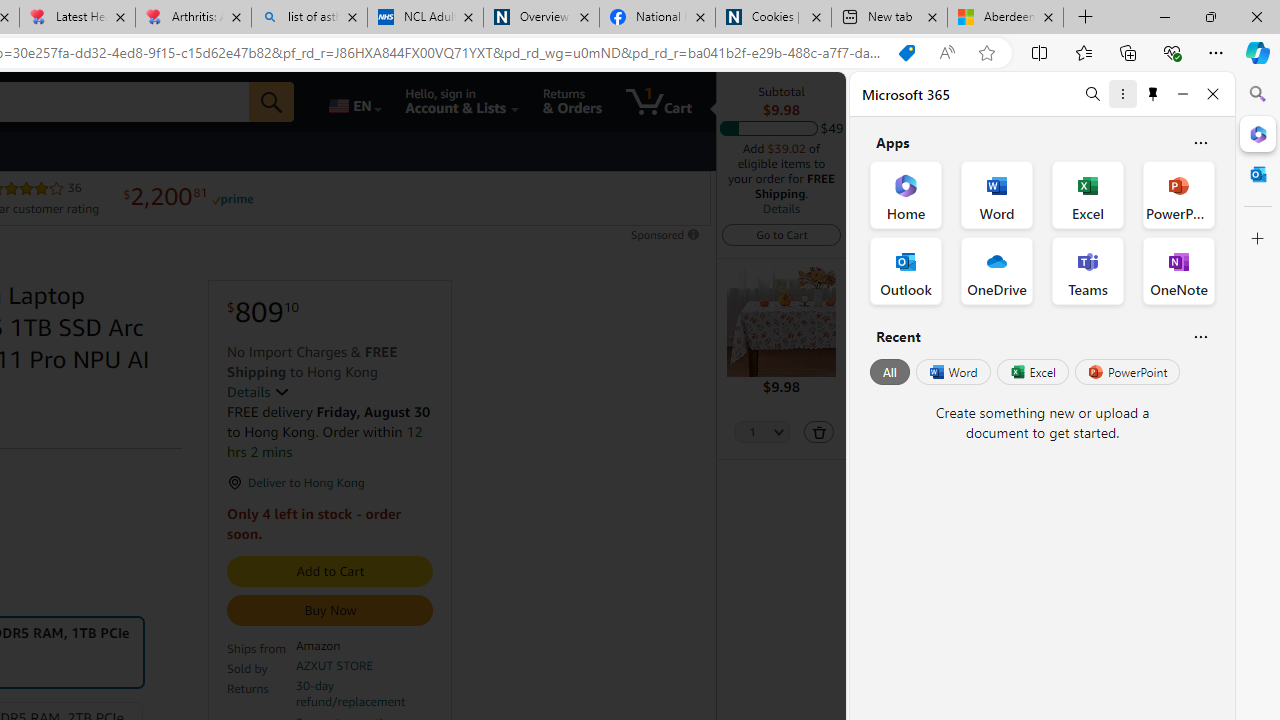  Describe the element at coordinates (1153, 93) in the screenshot. I see `'Unpin side pane'` at that location.